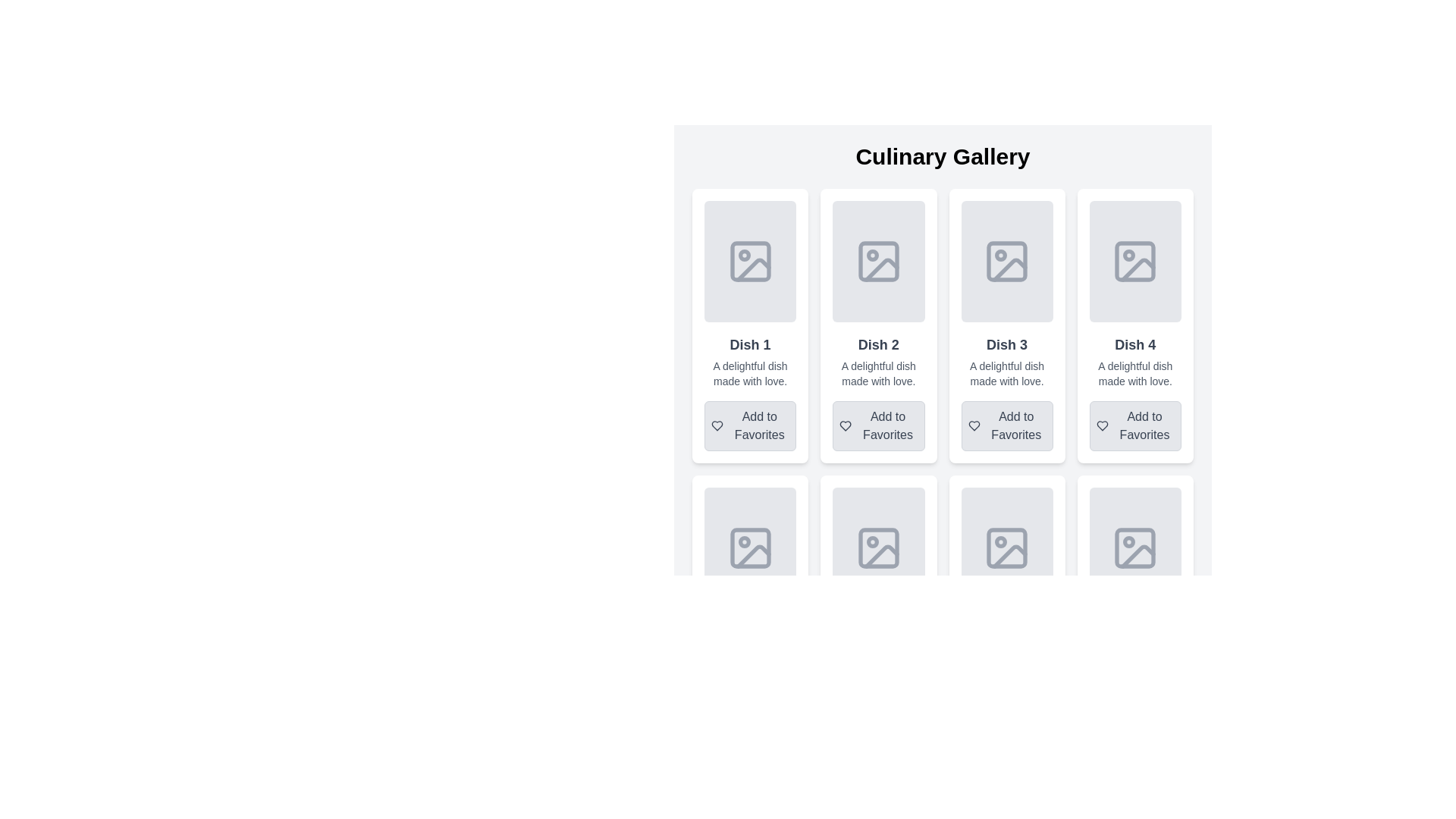 The width and height of the screenshot is (1456, 819). I want to click on the small circular SVG element representing the missing image or placeholder for 'Dish 3' entry, located in the second row, third column of the grid layout, so click(1001, 541).